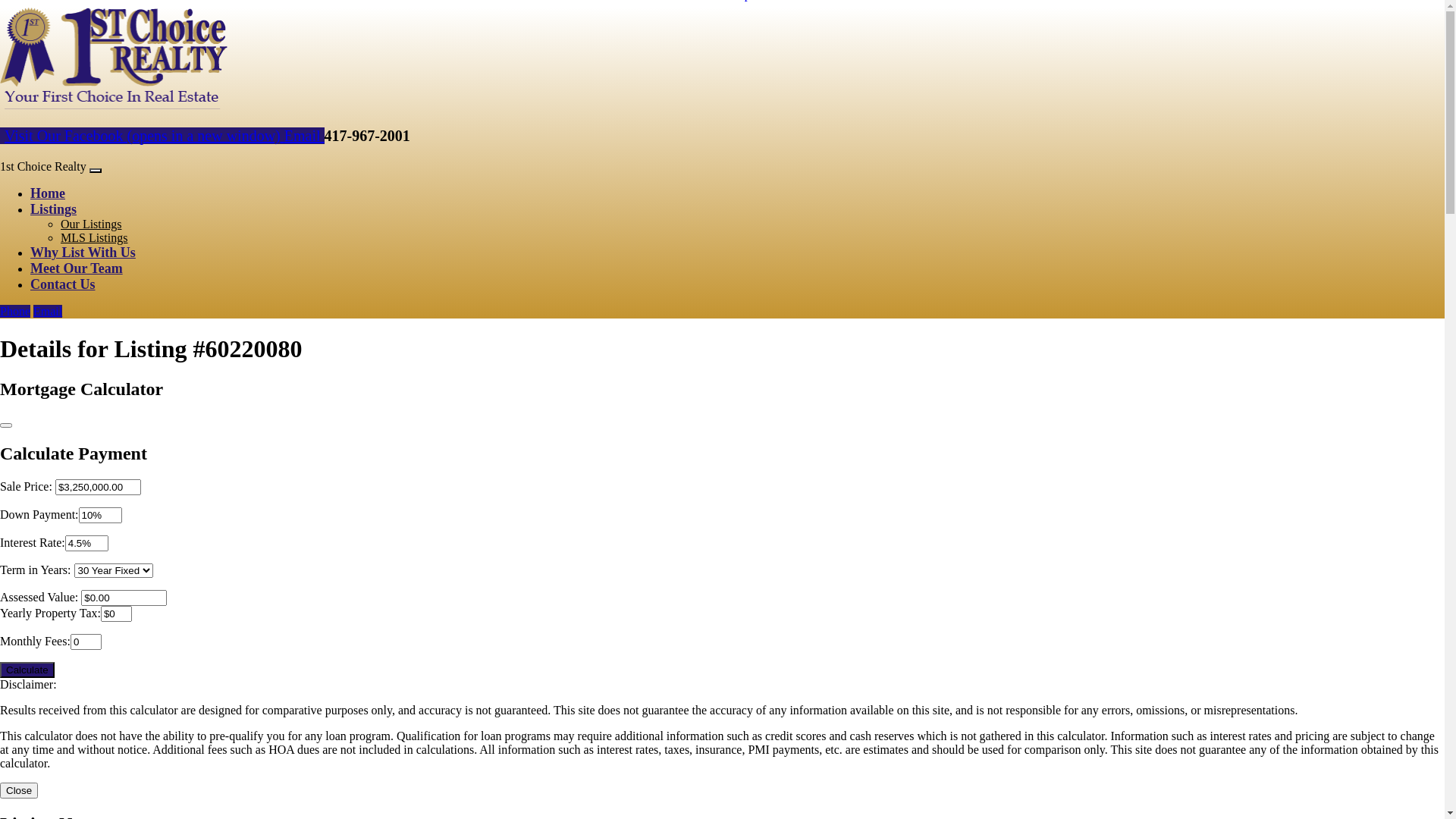 This screenshot has width=1456, height=819. What do you see at coordinates (82, 251) in the screenshot?
I see `'Why List With Us'` at bounding box center [82, 251].